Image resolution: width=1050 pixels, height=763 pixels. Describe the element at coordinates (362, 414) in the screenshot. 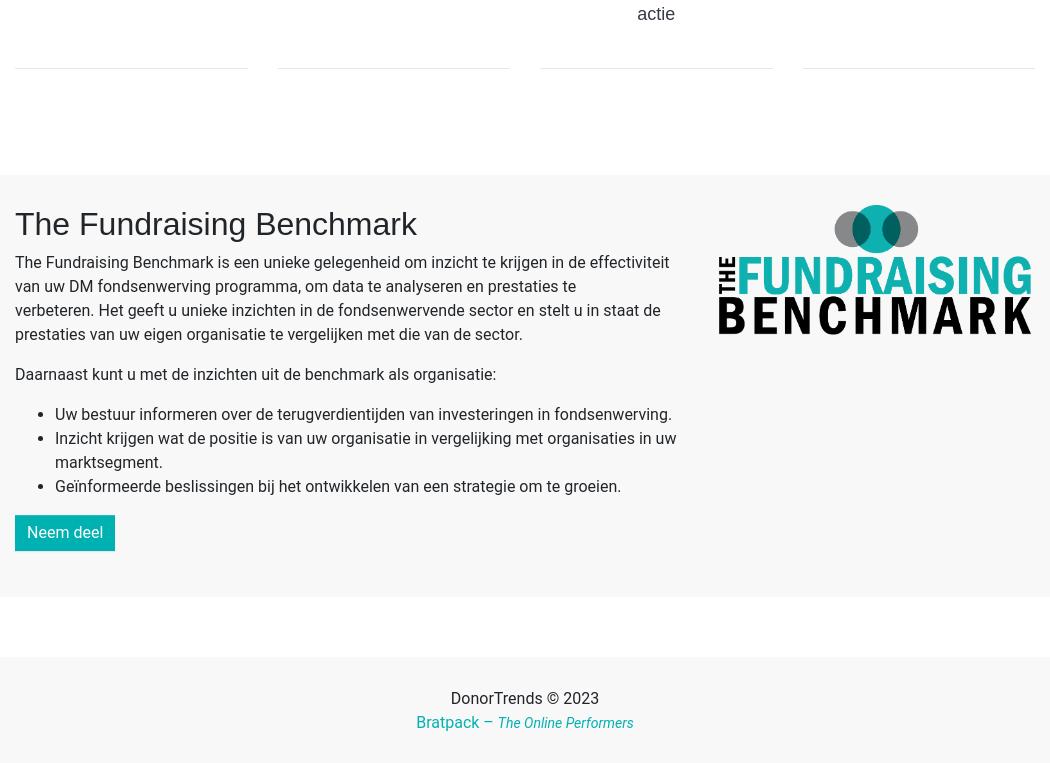

I see `'Uw bestuur informeren over de terugverdientijden van investeringen in fondsenwerving.'` at that location.